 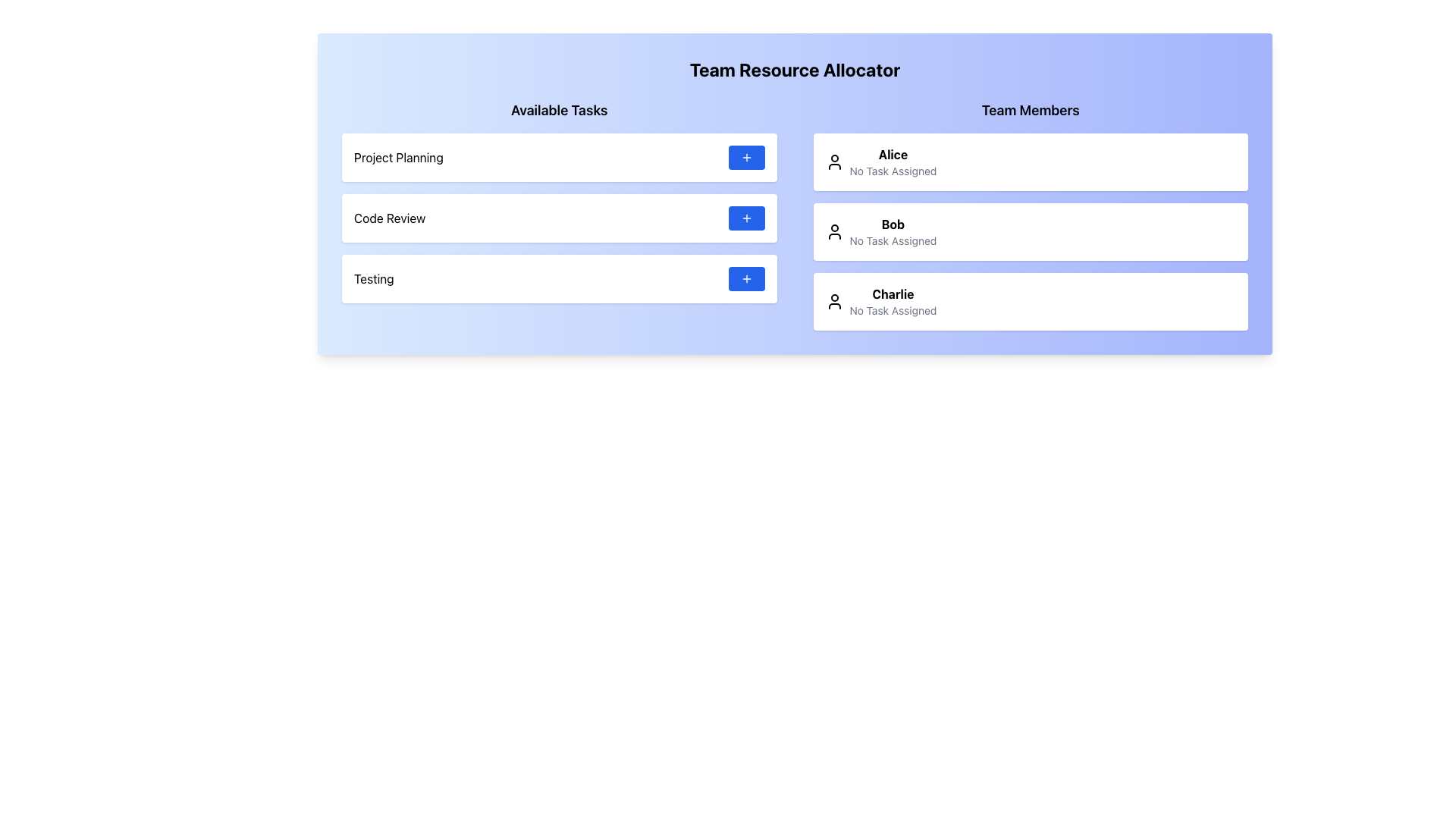 I want to click on the 'Code Review' button located on the far right of the 'Code Review' row, so click(x=746, y=218).